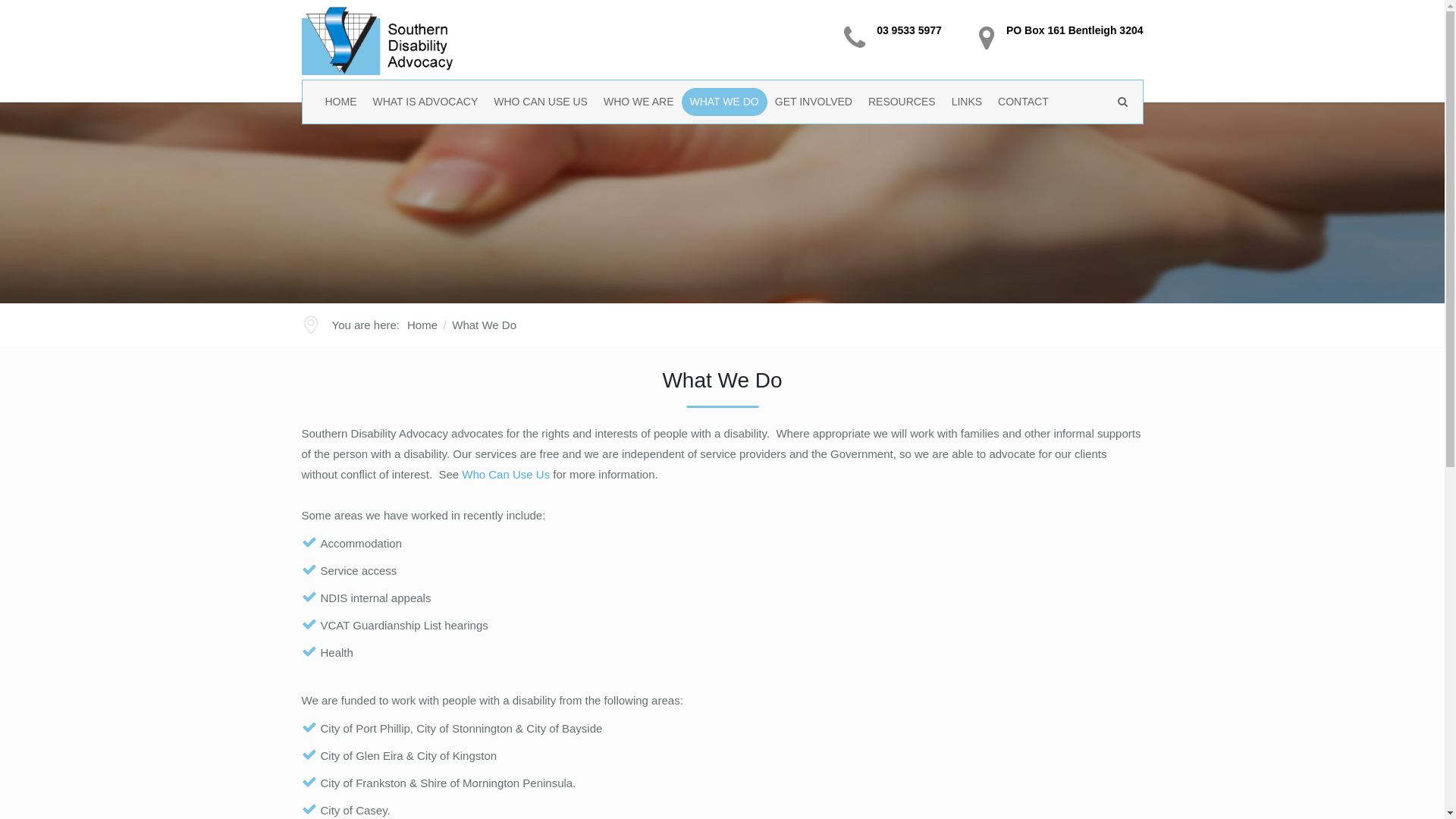  Describe the element at coordinates (723, 102) in the screenshot. I see `'WHAT WE DO'` at that location.